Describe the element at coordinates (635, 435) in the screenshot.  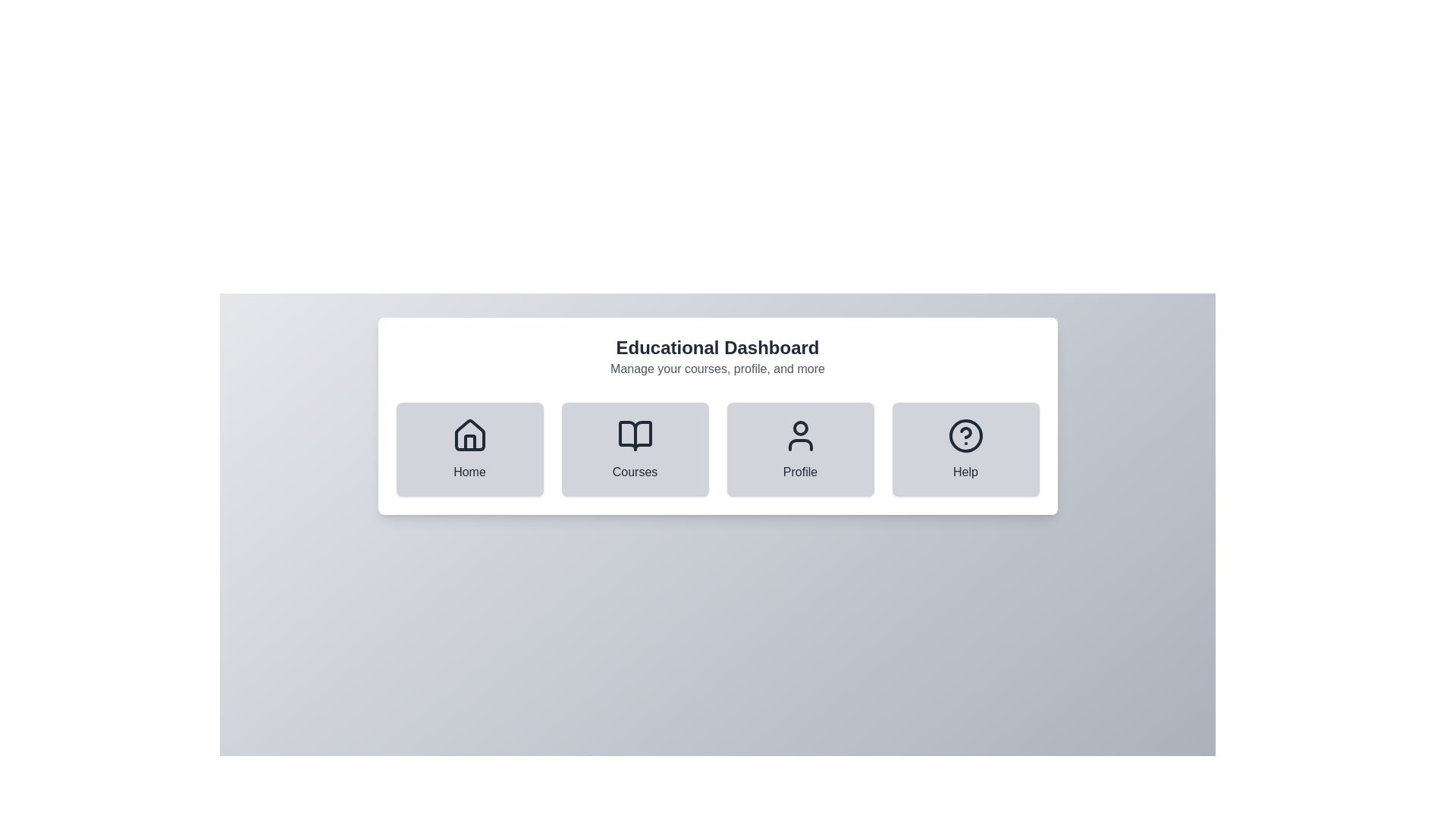
I see `the inner shapes of the open book icon, which are part of the 'Courses' icon in the menu bar` at that location.